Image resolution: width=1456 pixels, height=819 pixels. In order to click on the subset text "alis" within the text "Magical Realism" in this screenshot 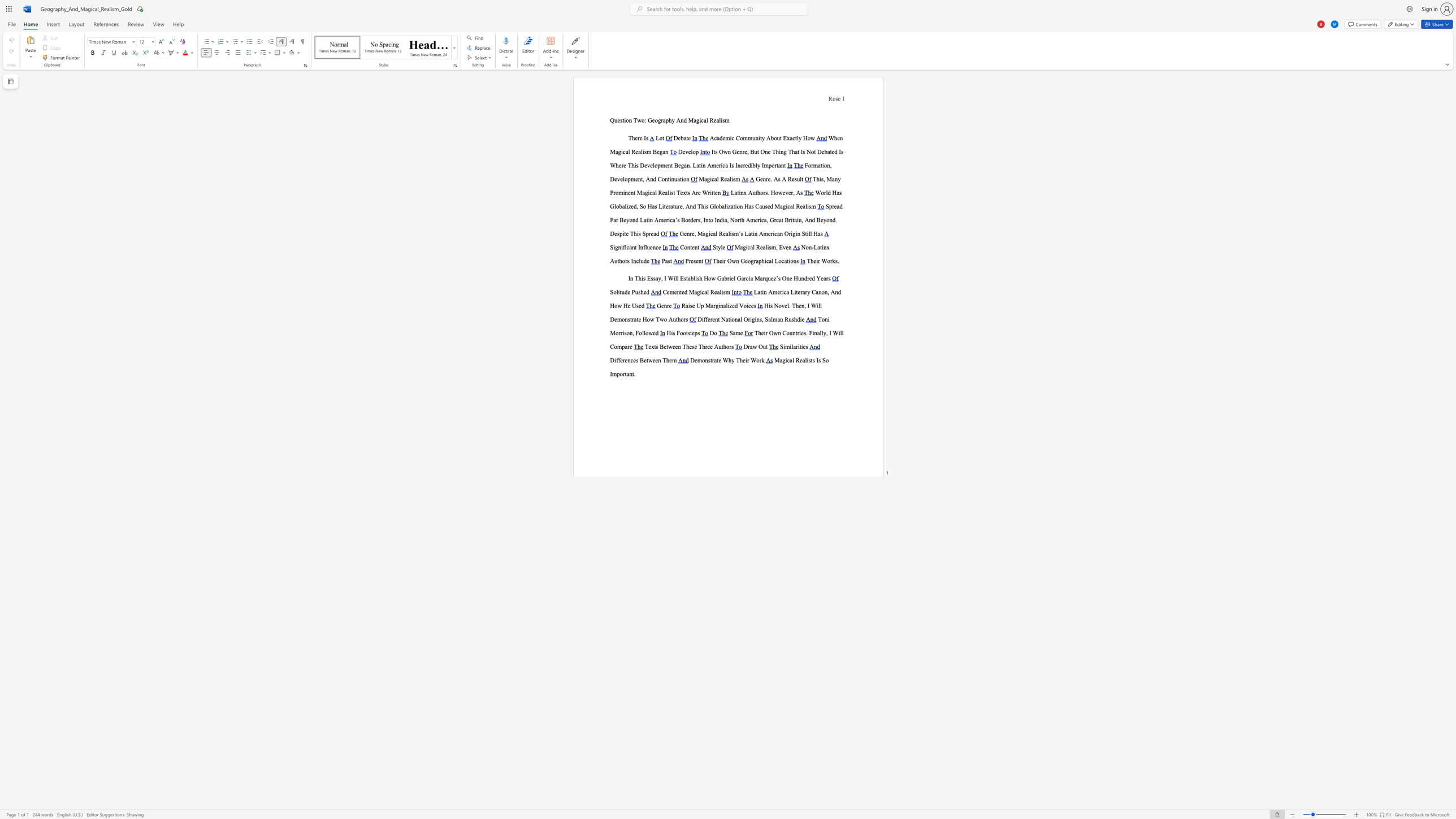, I will do `click(726, 179)`.